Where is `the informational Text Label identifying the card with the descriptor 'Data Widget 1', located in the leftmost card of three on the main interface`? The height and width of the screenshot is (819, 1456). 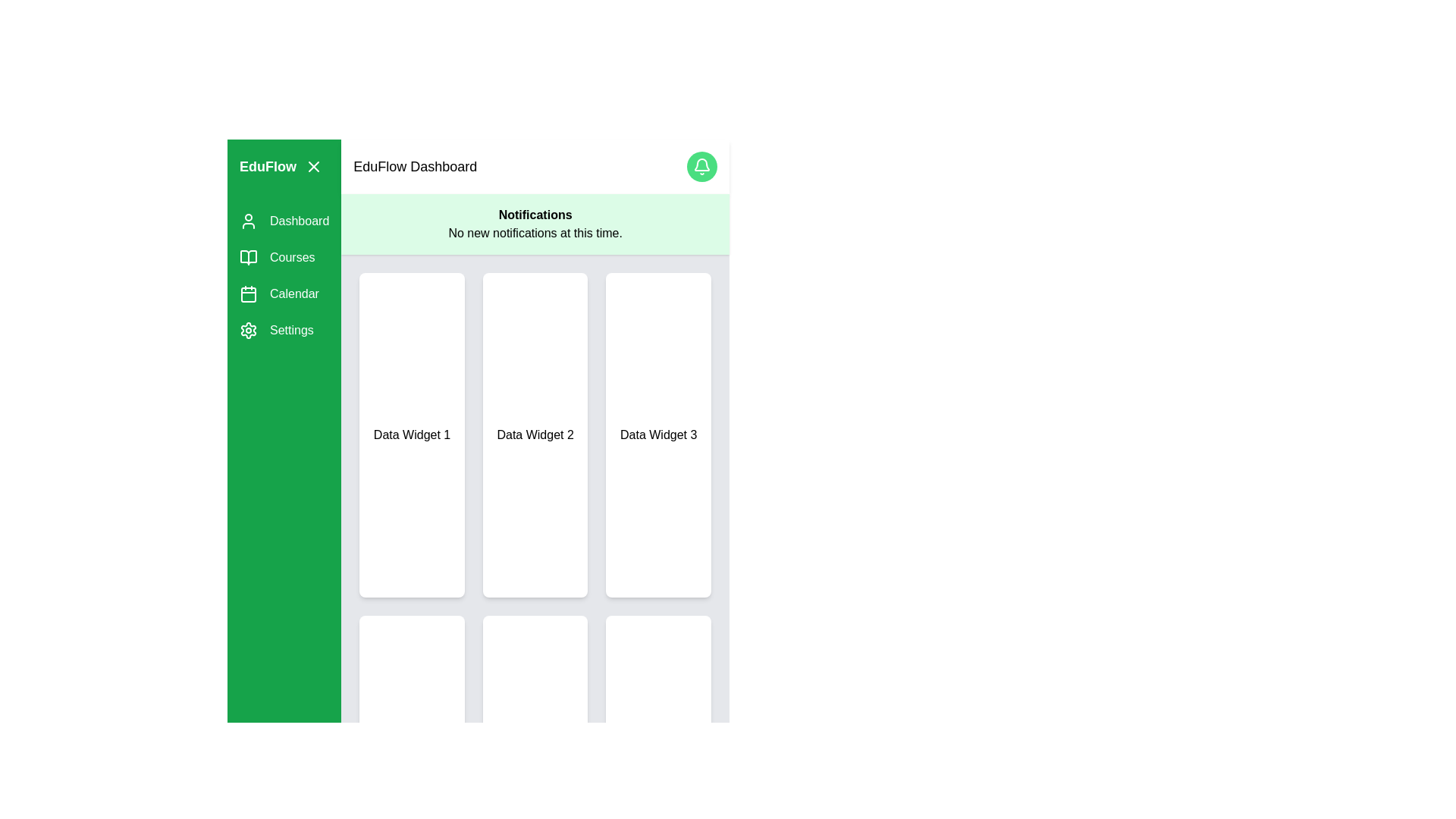
the informational Text Label identifying the card with the descriptor 'Data Widget 1', located in the leftmost card of three on the main interface is located at coordinates (412, 435).